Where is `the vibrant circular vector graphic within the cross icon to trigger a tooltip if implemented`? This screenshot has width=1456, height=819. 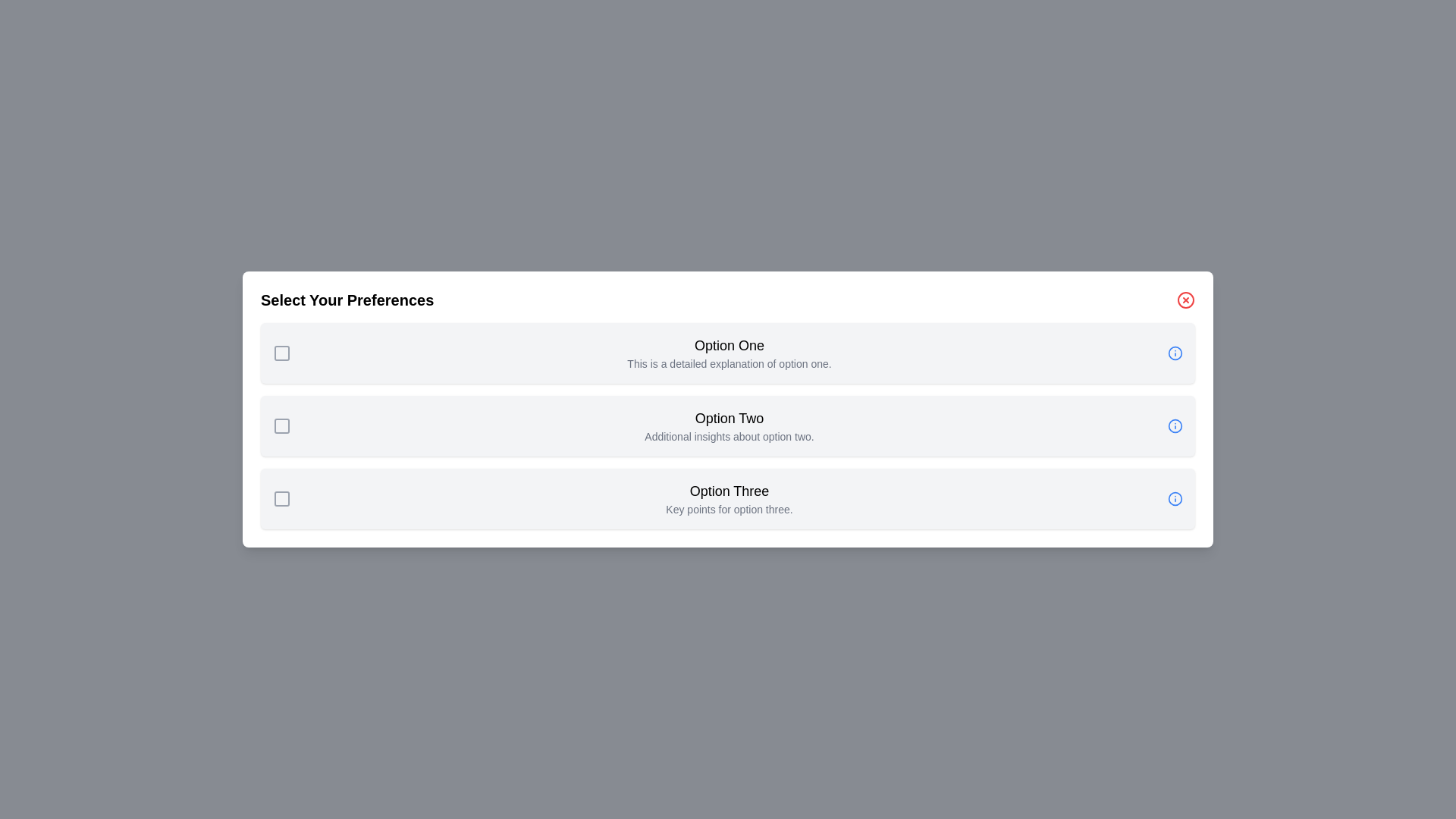 the vibrant circular vector graphic within the cross icon to trigger a tooltip if implemented is located at coordinates (1185, 300).